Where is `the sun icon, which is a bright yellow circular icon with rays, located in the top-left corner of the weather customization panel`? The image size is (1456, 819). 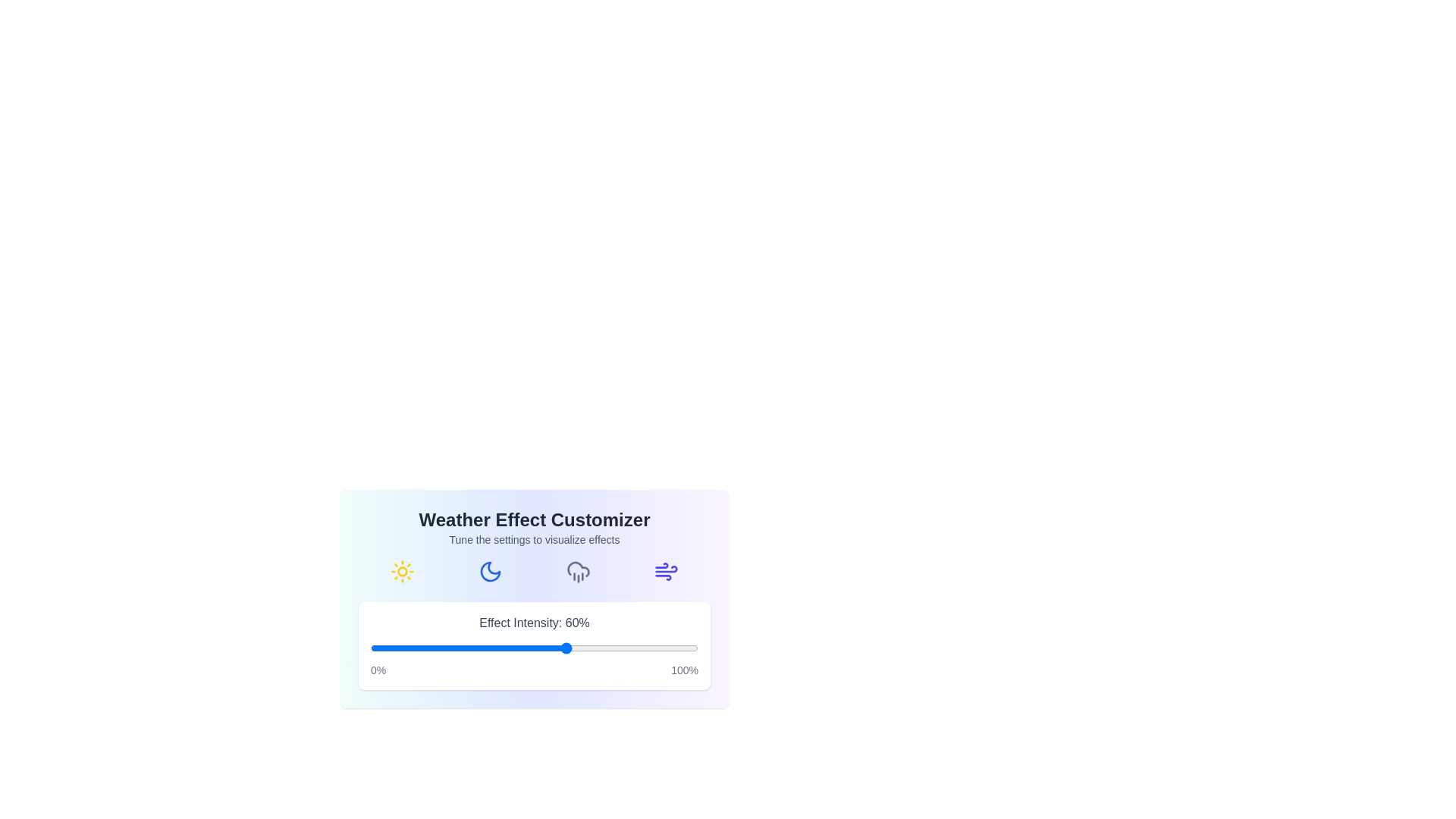 the sun icon, which is a bright yellow circular icon with rays, located in the top-left corner of the weather customization panel is located at coordinates (403, 571).